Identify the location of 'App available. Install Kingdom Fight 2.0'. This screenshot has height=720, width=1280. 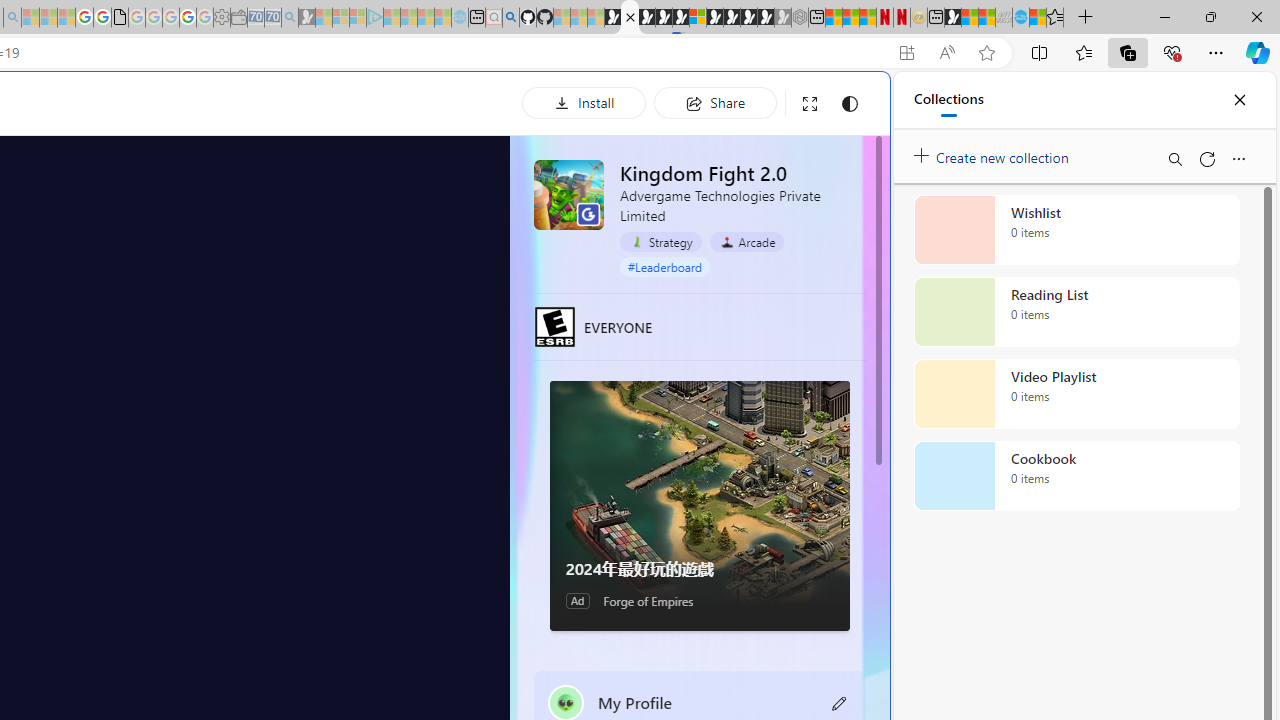
(905, 52).